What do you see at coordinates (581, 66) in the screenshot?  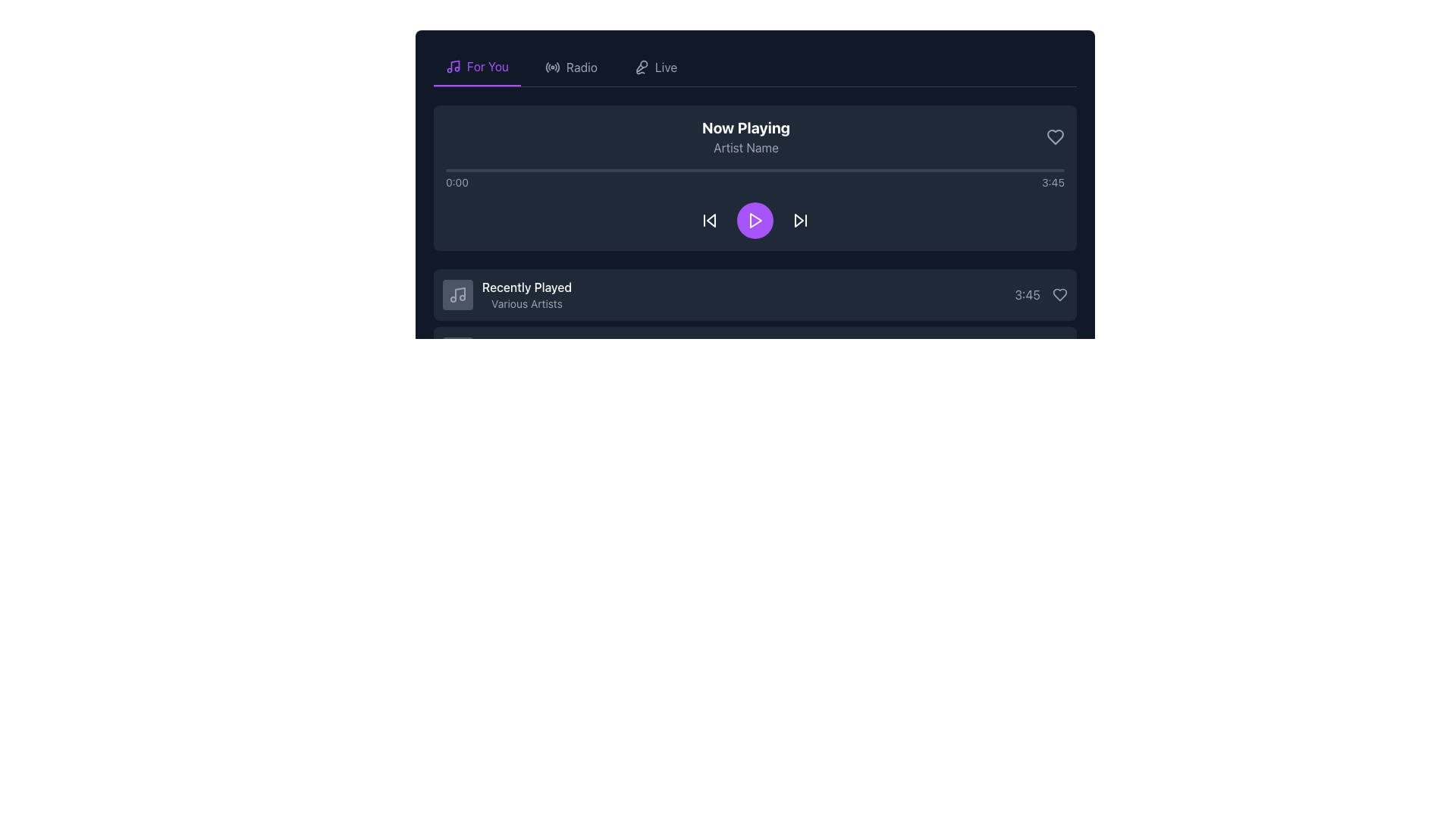 I see `the 'Radio' label, which displays the word 'Radio' in gray font against a dark background, located at the top right of the page` at bounding box center [581, 66].